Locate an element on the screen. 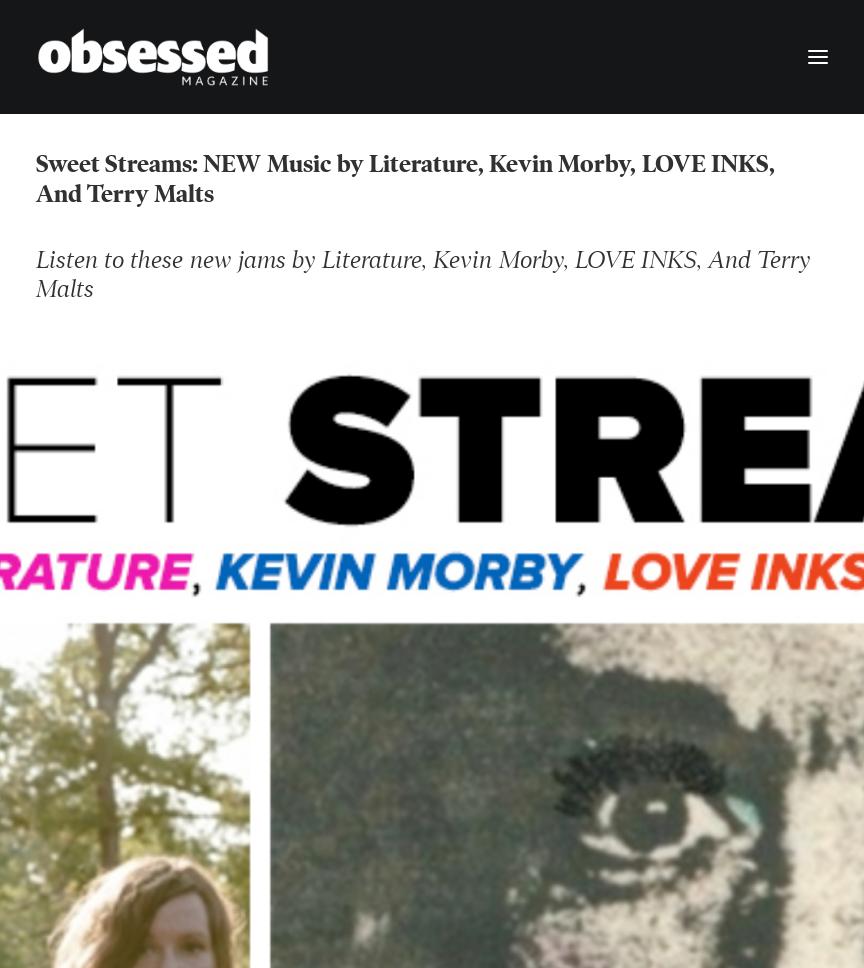  'NEW' is located at coordinates (240, 164).